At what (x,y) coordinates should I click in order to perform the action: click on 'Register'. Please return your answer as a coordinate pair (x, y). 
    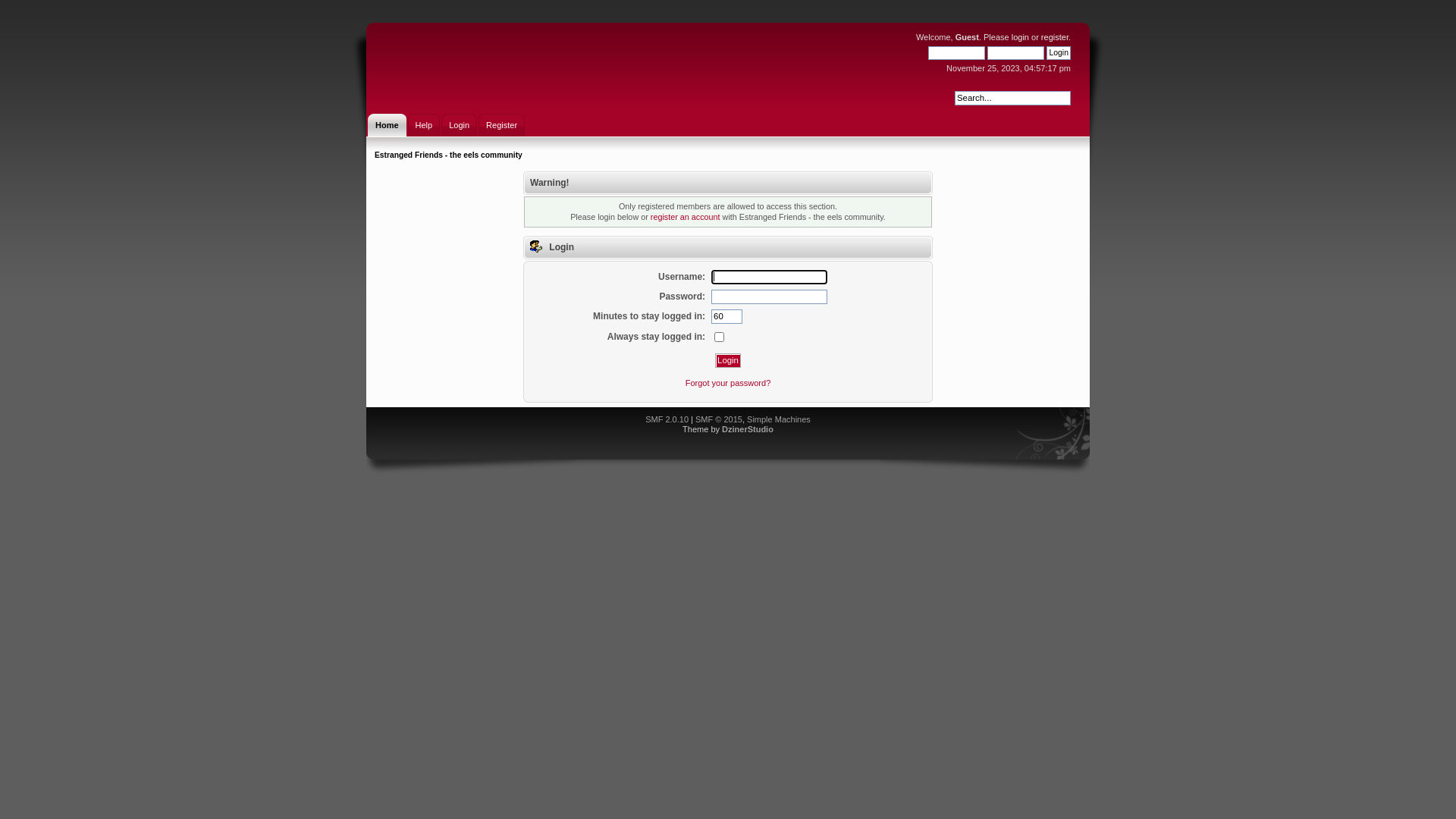
    Looking at the image, I should click on (501, 124).